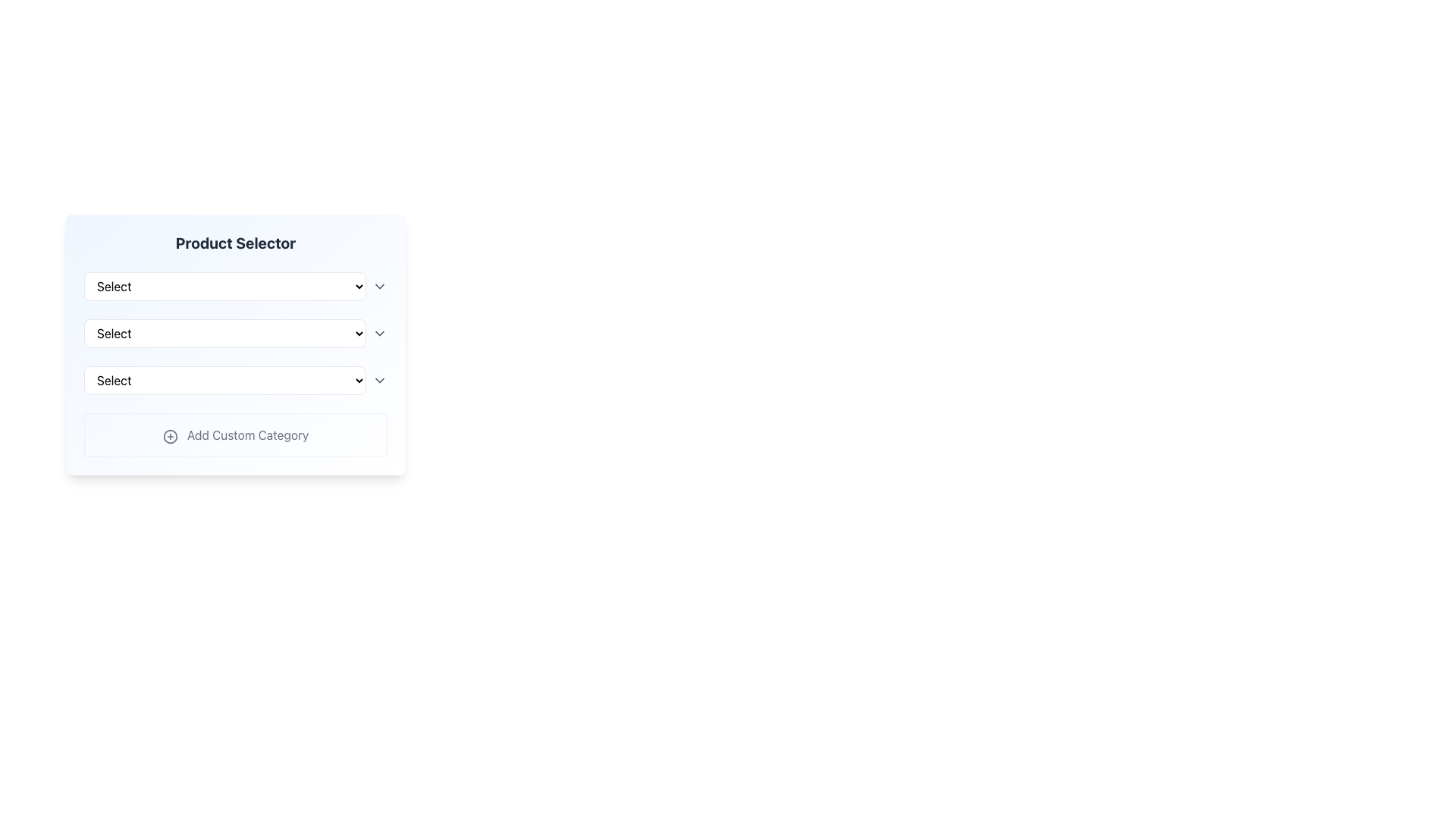  Describe the element at coordinates (224, 287) in the screenshot. I see `the first dropdown menu` at that location.